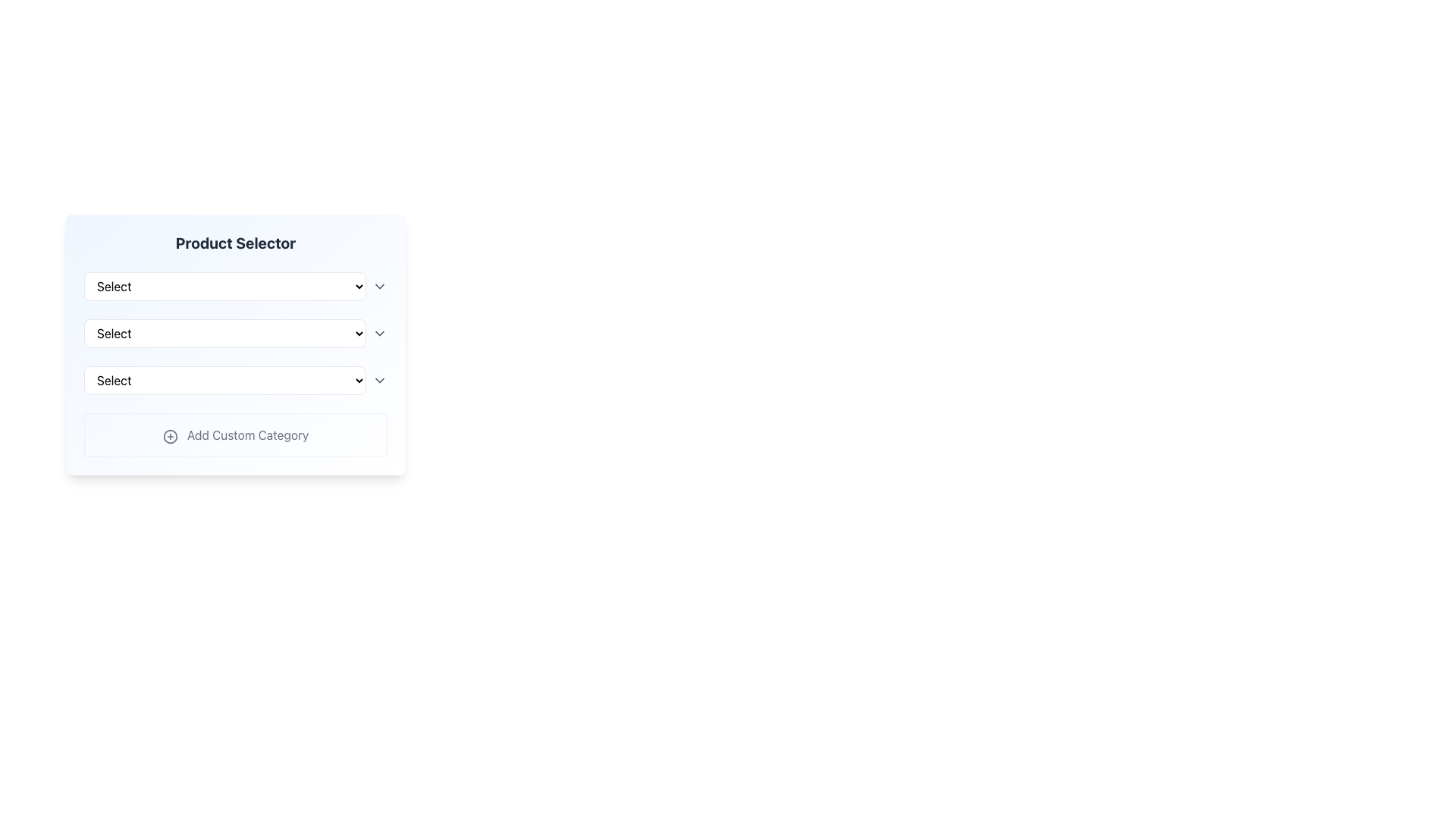  Describe the element at coordinates (224, 287) in the screenshot. I see `the first dropdown menu` at that location.